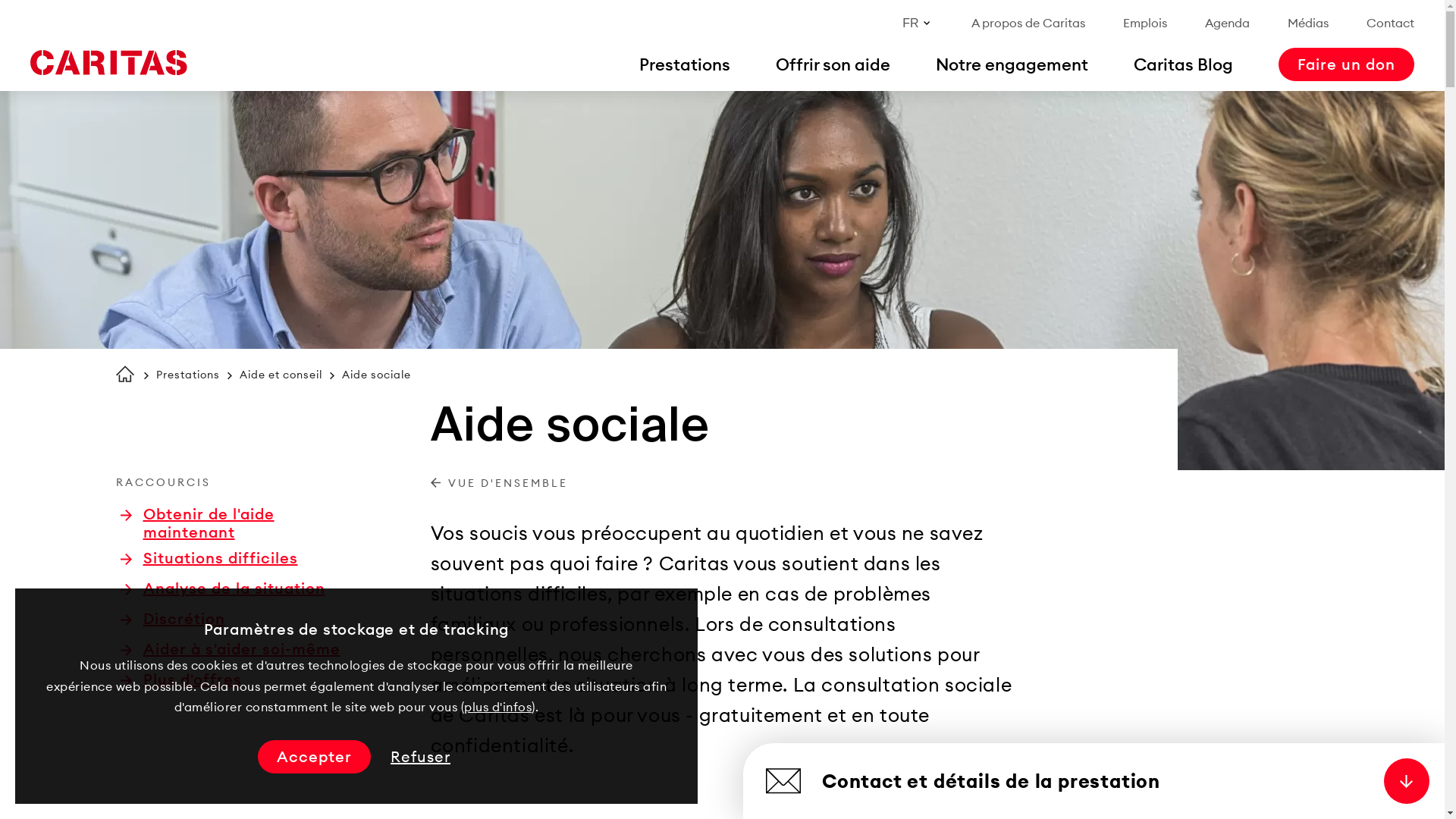  Describe the element at coordinates (236, 522) in the screenshot. I see `'Obtenir de l'aide maintenant'` at that location.